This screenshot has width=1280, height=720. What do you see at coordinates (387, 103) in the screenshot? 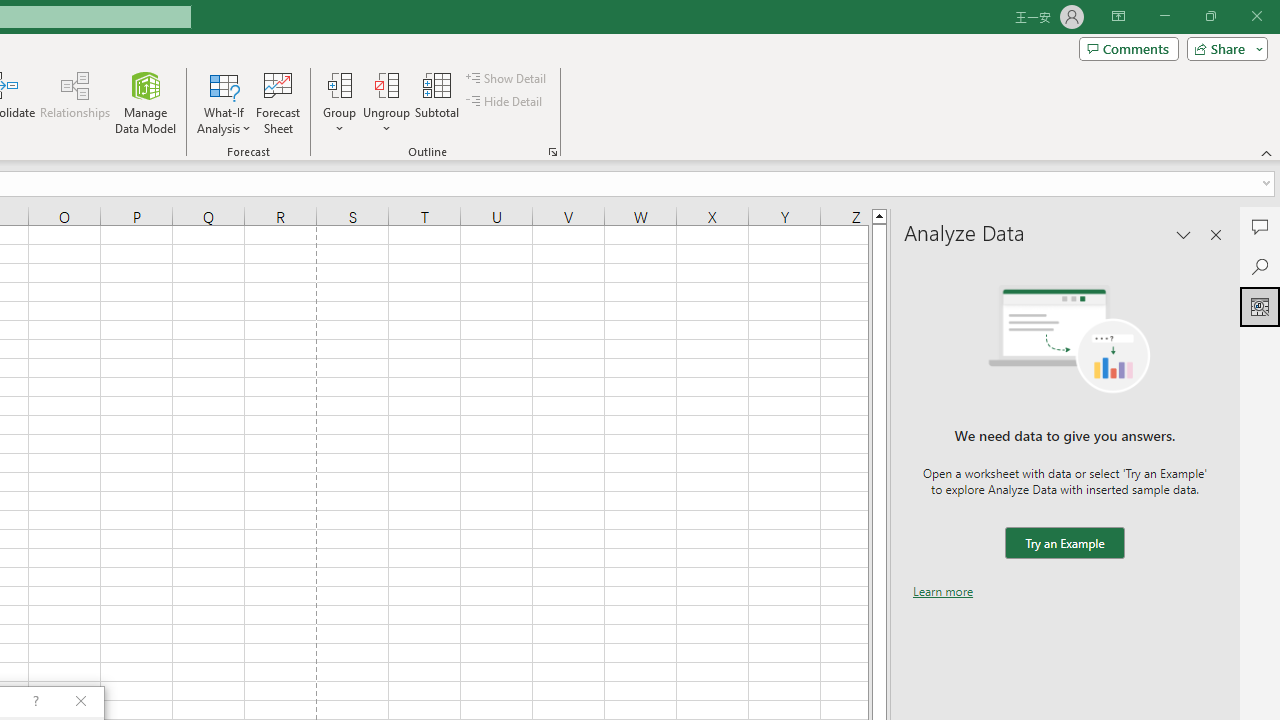
I see `'Ungroup...'` at bounding box center [387, 103].